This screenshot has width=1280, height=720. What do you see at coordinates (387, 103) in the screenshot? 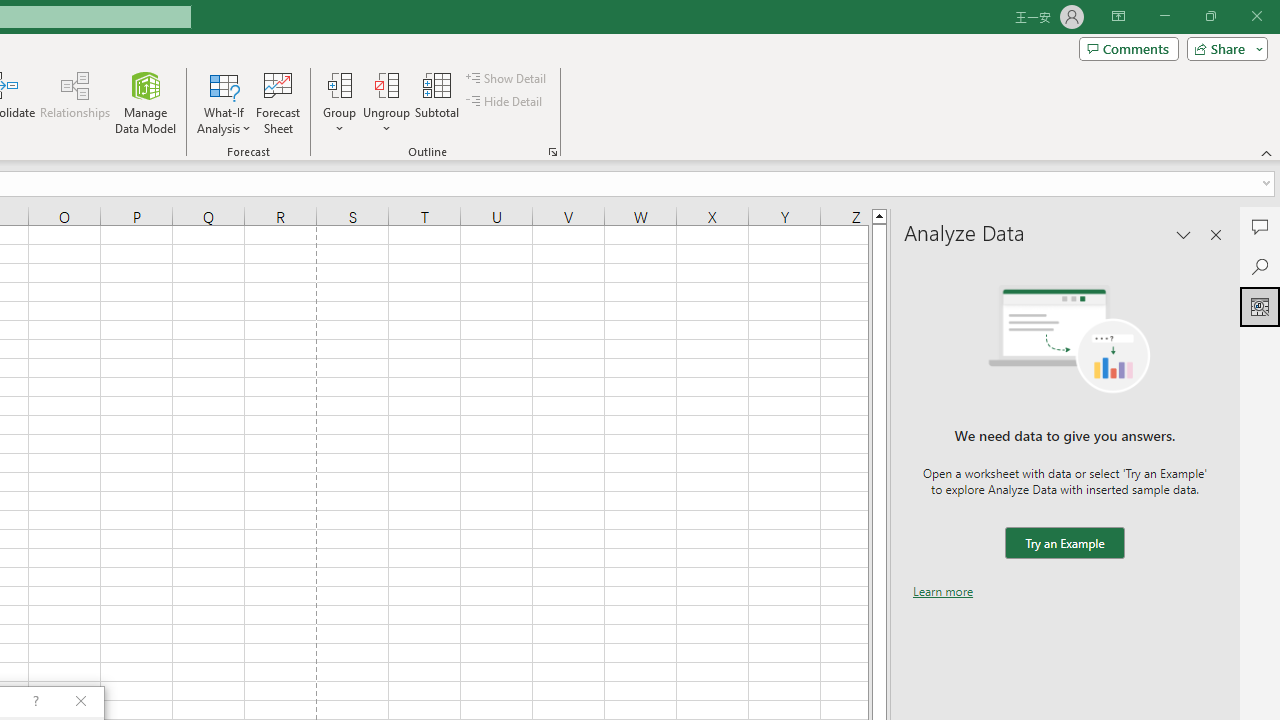
I see `'Ungroup...'` at bounding box center [387, 103].